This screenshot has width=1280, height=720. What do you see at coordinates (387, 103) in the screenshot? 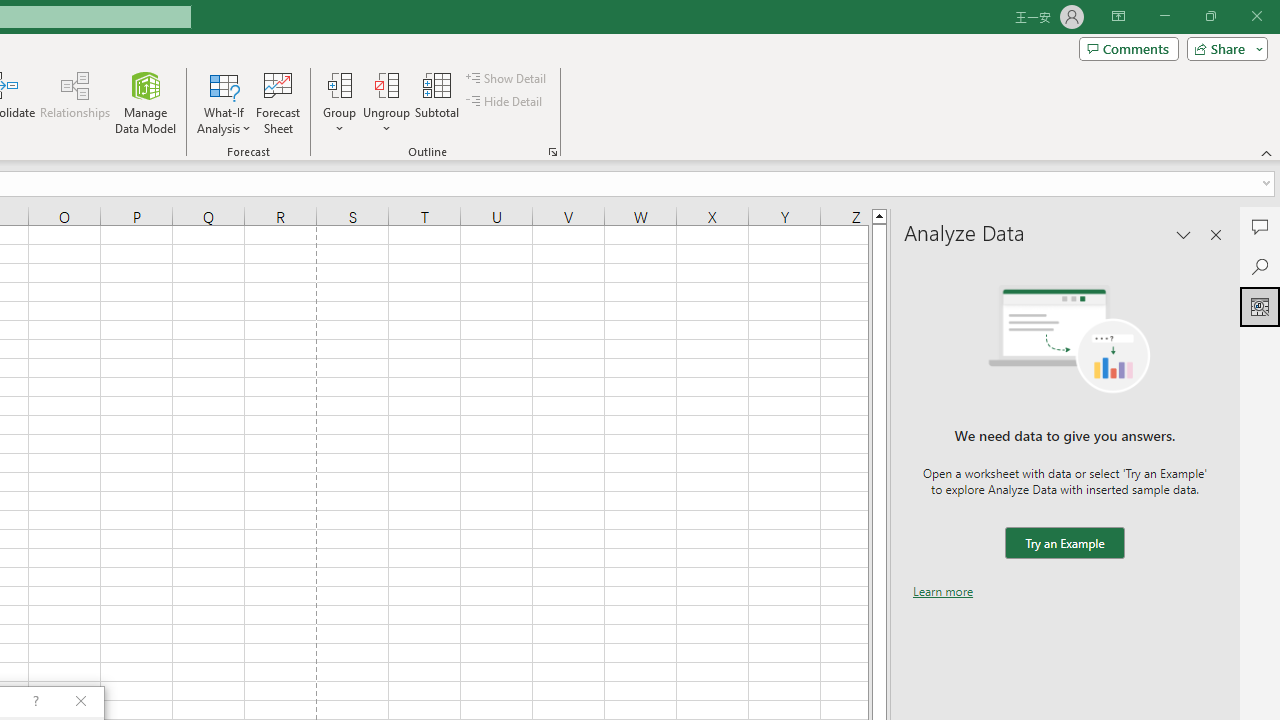
I see `'Ungroup...'` at bounding box center [387, 103].